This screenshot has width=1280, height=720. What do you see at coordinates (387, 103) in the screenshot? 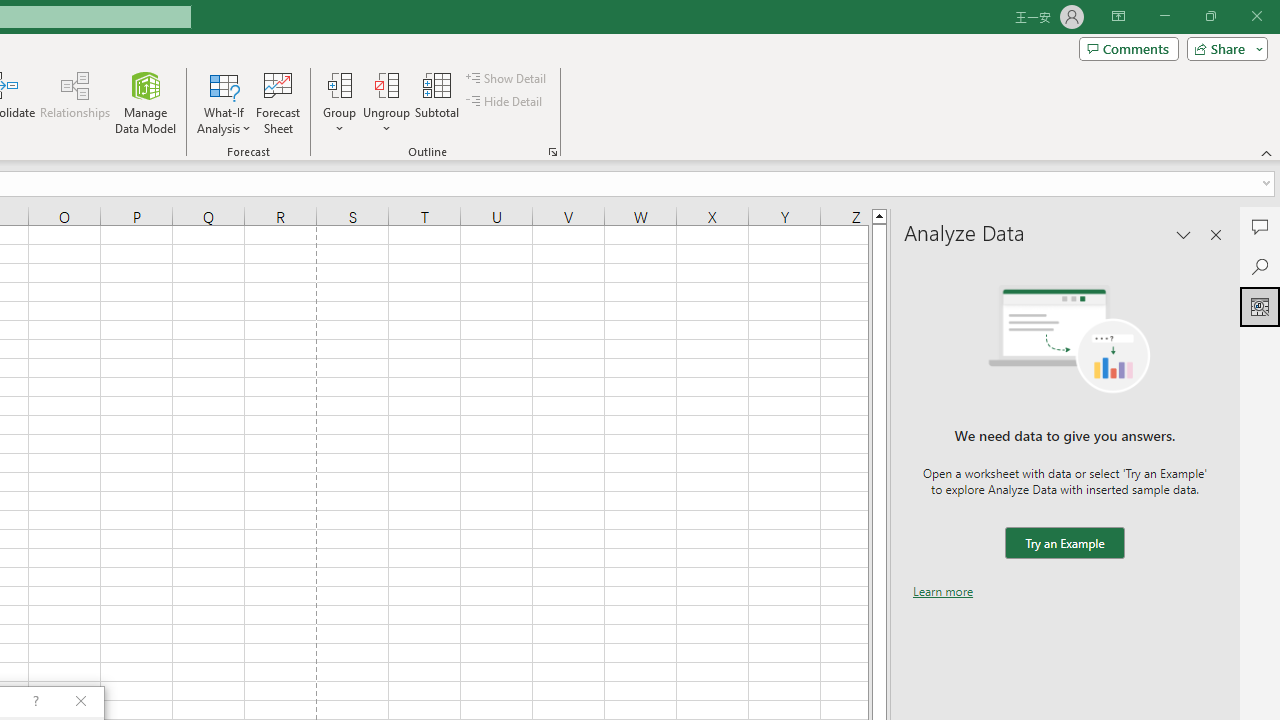
I see `'Ungroup...'` at bounding box center [387, 103].